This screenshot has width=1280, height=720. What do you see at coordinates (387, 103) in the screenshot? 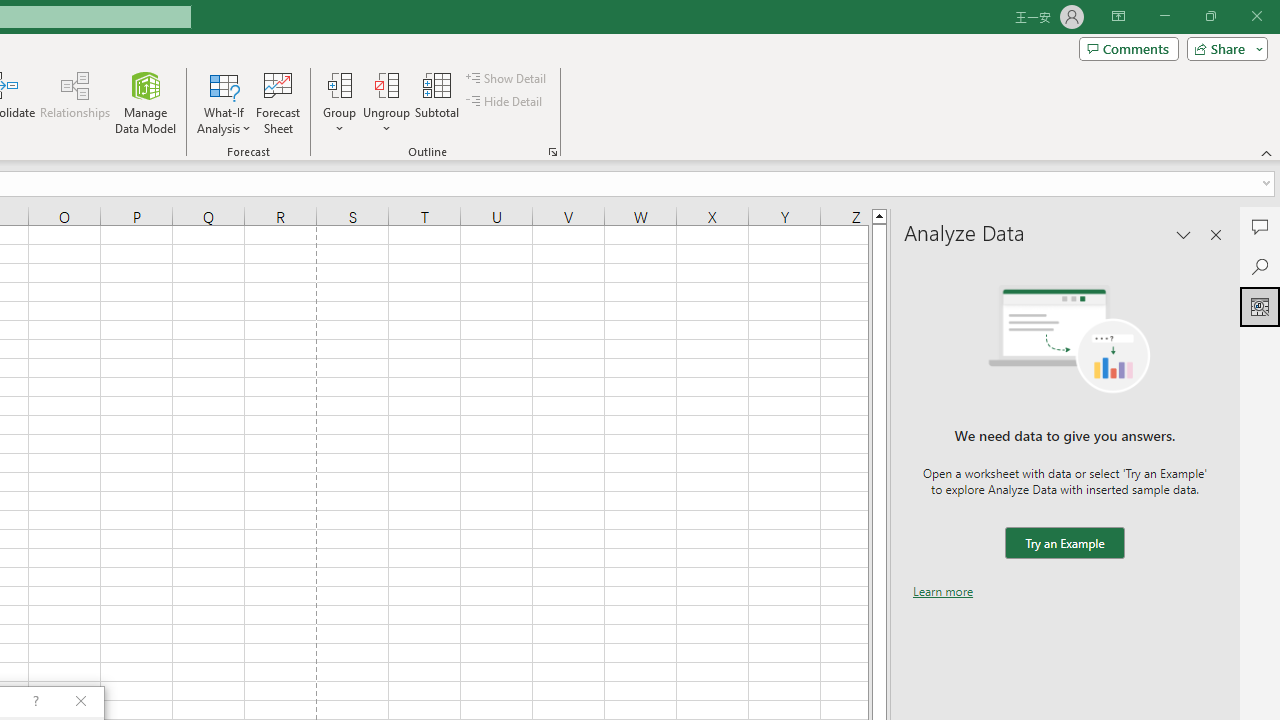
I see `'Ungroup...'` at bounding box center [387, 103].